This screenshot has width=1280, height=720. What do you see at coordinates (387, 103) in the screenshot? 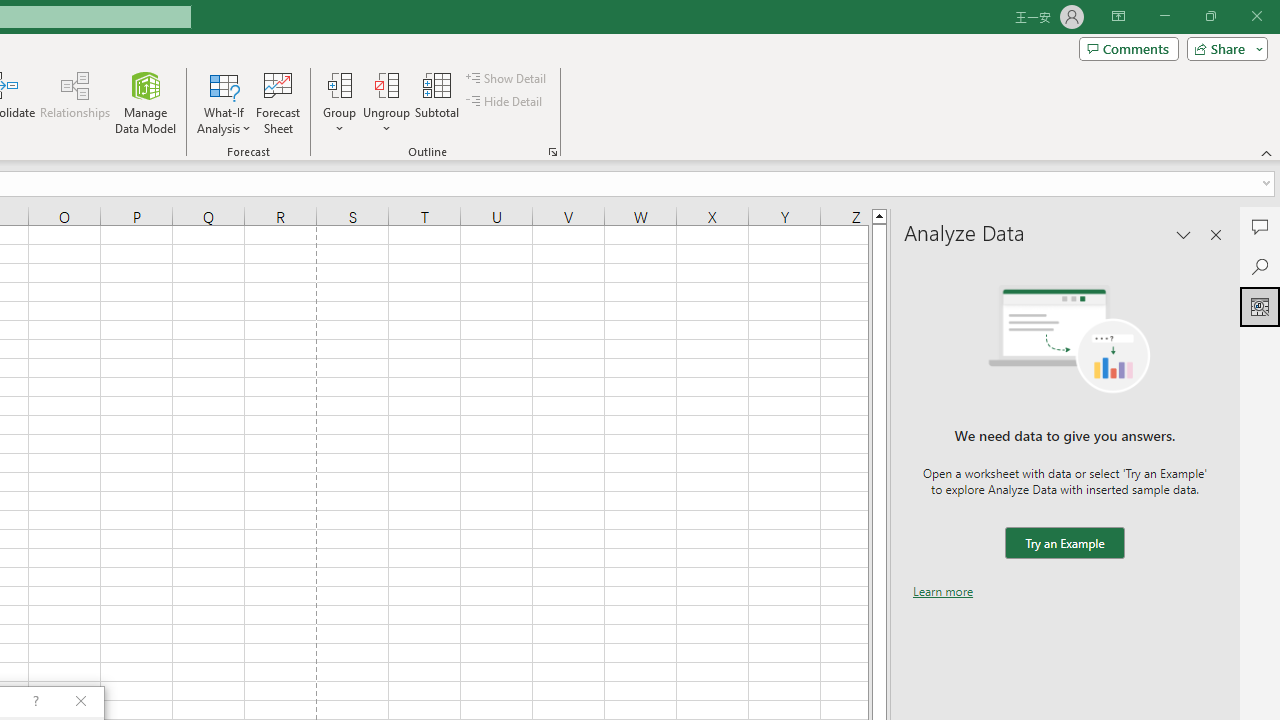
I see `'Ungroup...'` at bounding box center [387, 103].